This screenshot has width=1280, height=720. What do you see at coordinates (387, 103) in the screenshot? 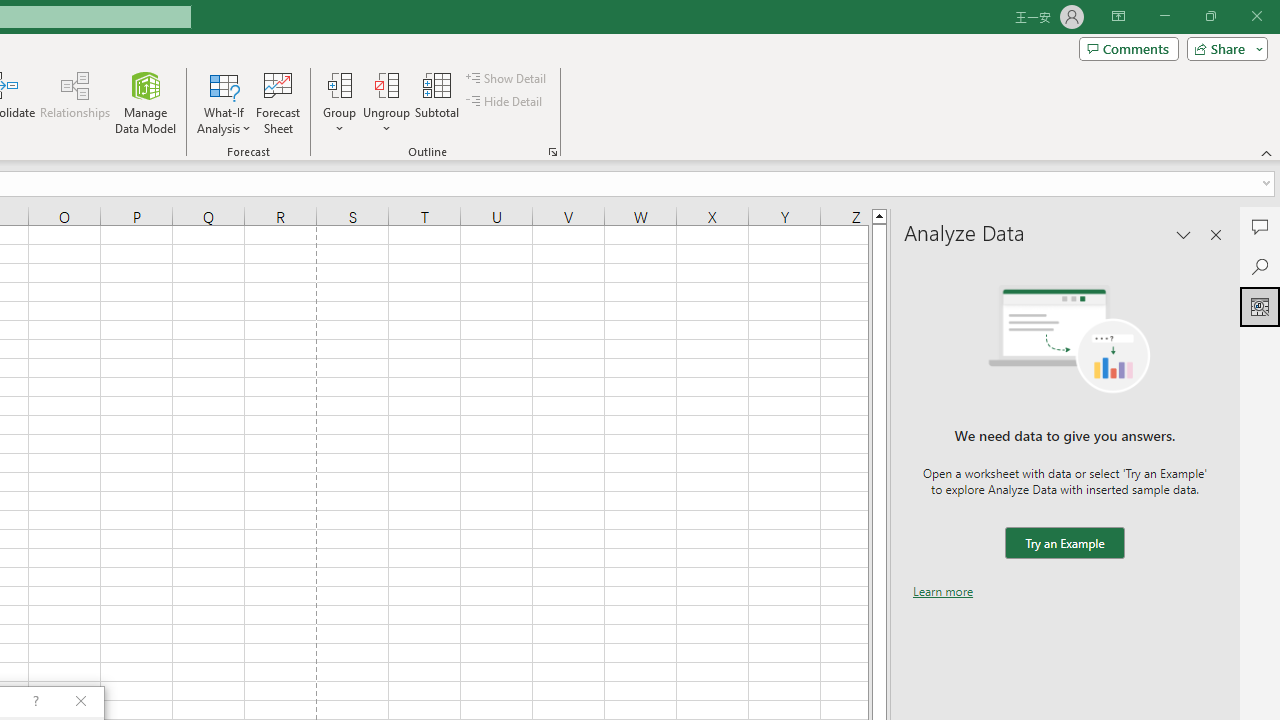
I see `'Ungroup...'` at bounding box center [387, 103].